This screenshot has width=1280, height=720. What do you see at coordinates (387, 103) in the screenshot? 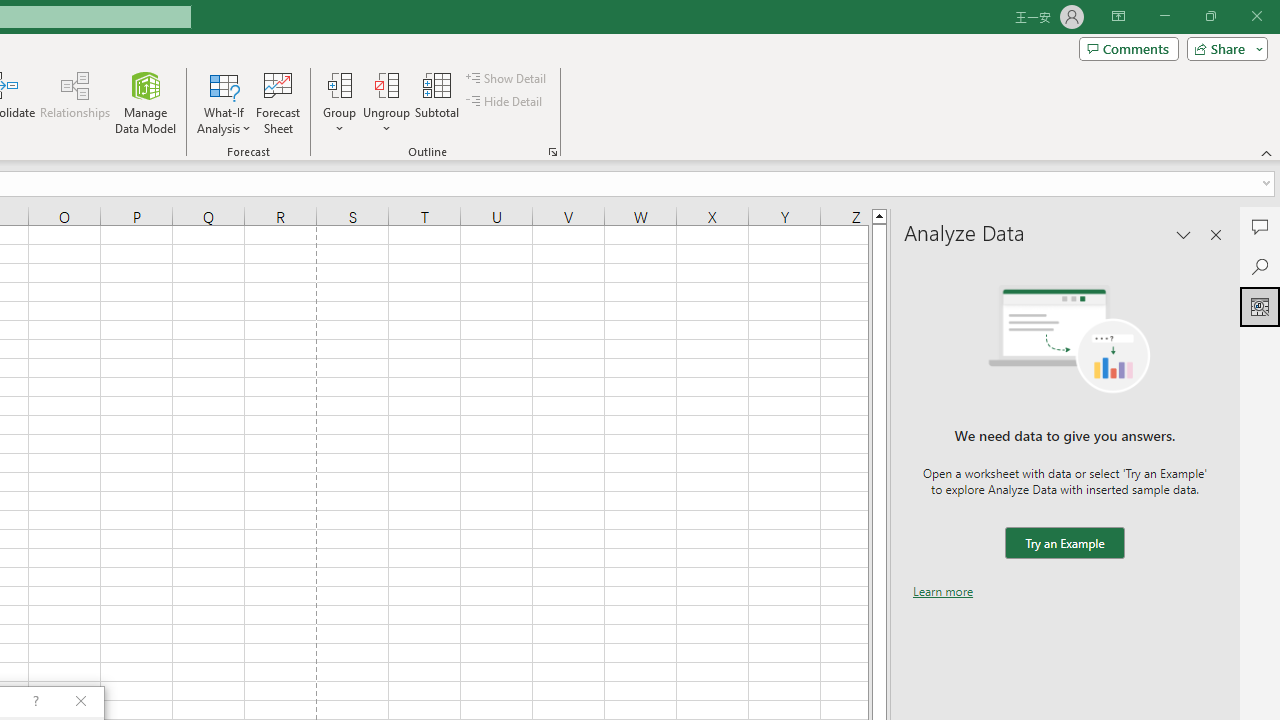
I see `'Ungroup...'` at bounding box center [387, 103].